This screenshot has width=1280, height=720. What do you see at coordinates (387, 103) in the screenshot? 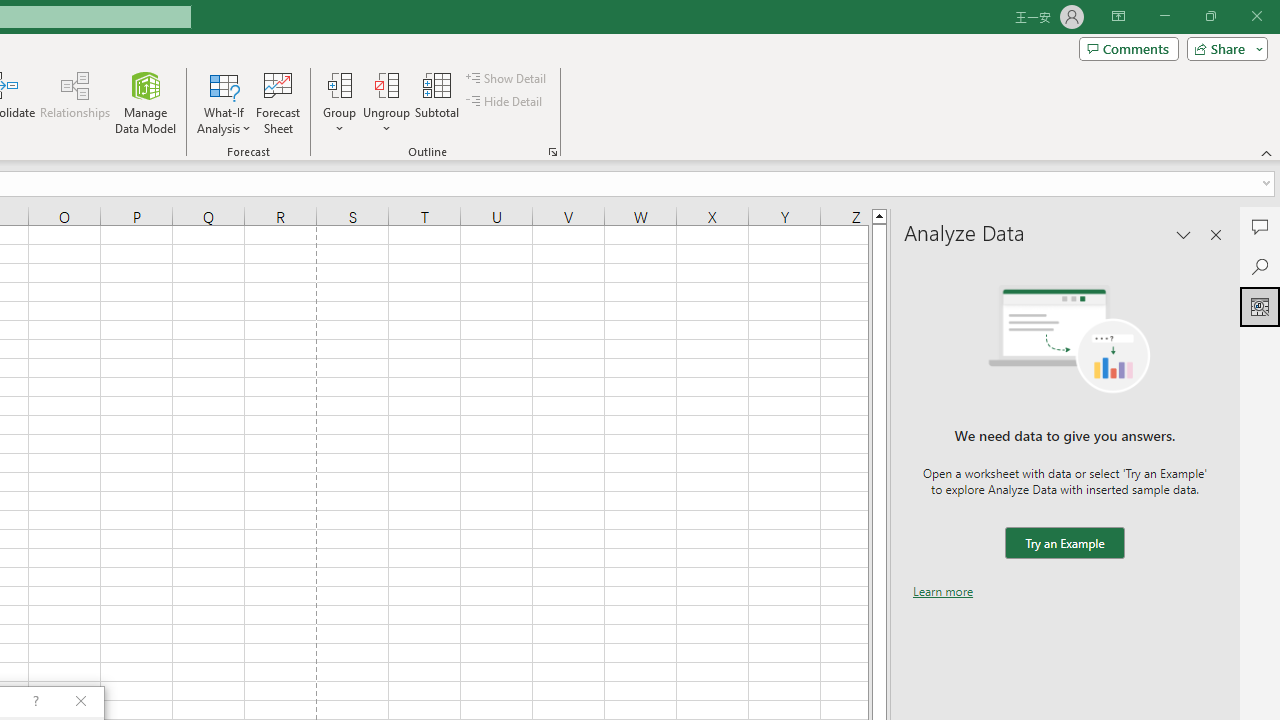
I see `'Ungroup...'` at bounding box center [387, 103].